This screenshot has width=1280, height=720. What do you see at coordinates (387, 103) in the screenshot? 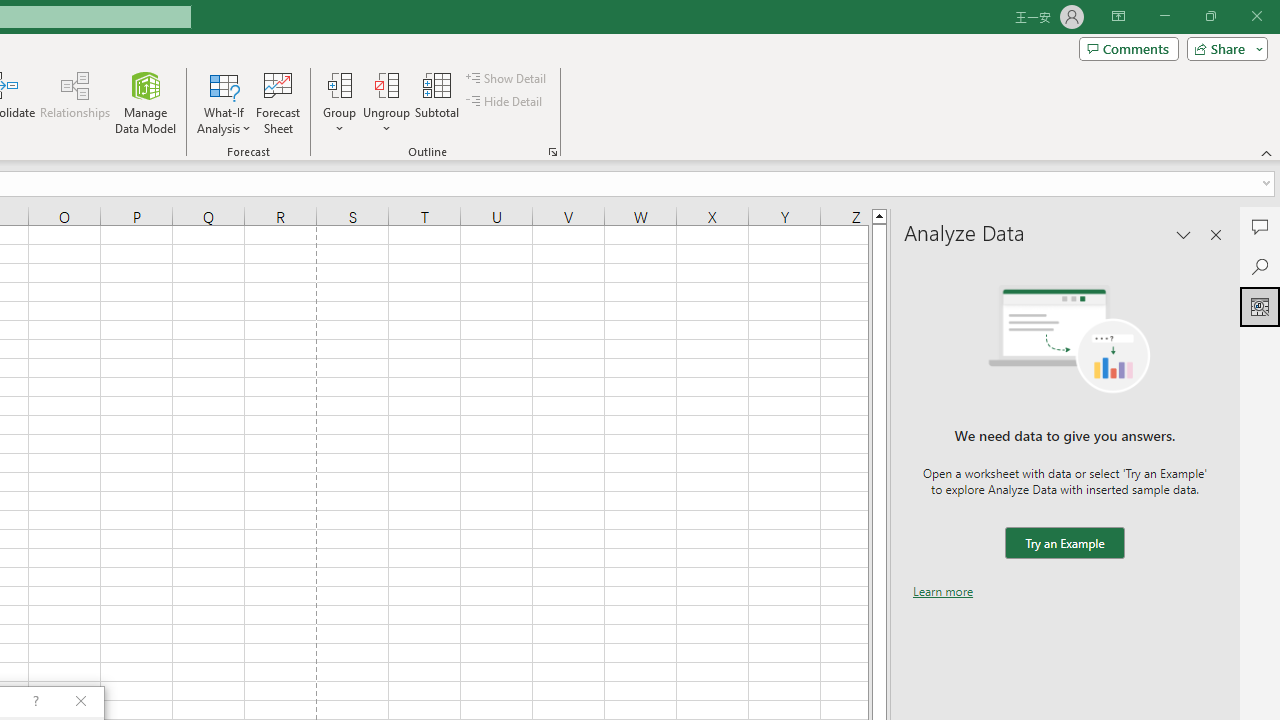
I see `'Ungroup...'` at bounding box center [387, 103].